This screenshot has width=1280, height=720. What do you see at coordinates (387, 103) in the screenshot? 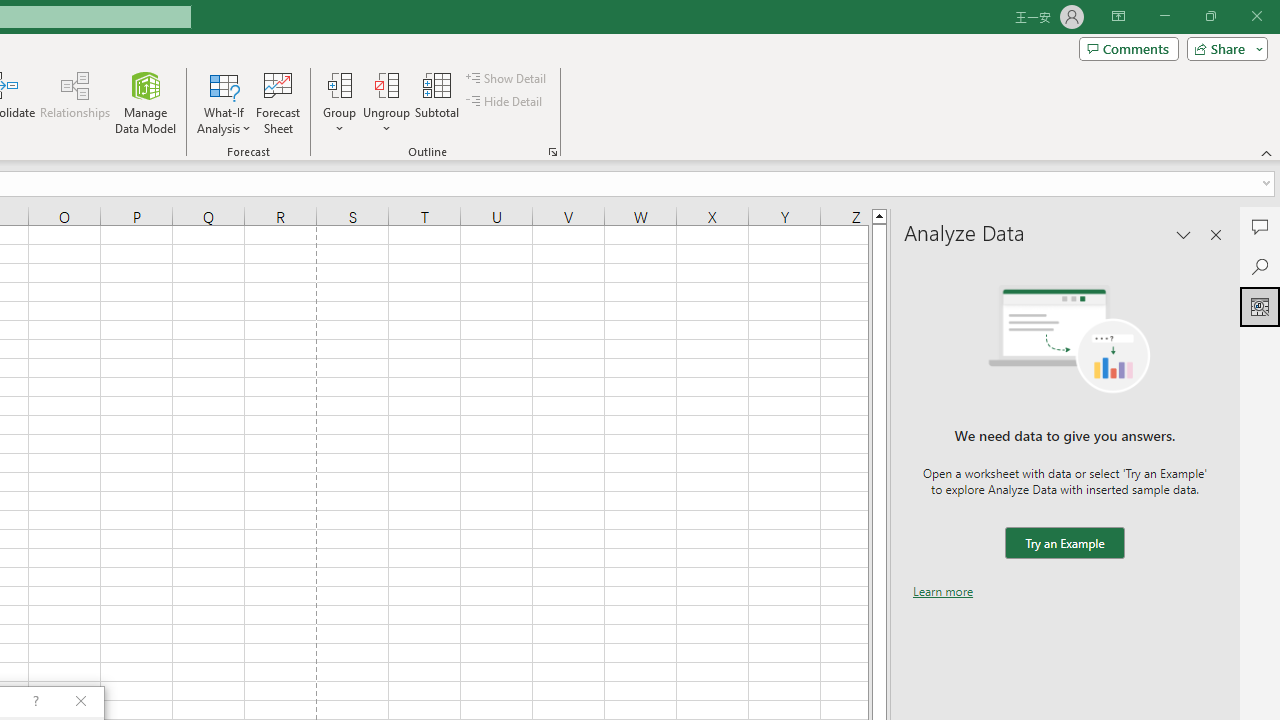
I see `'Ungroup...'` at bounding box center [387, 103].